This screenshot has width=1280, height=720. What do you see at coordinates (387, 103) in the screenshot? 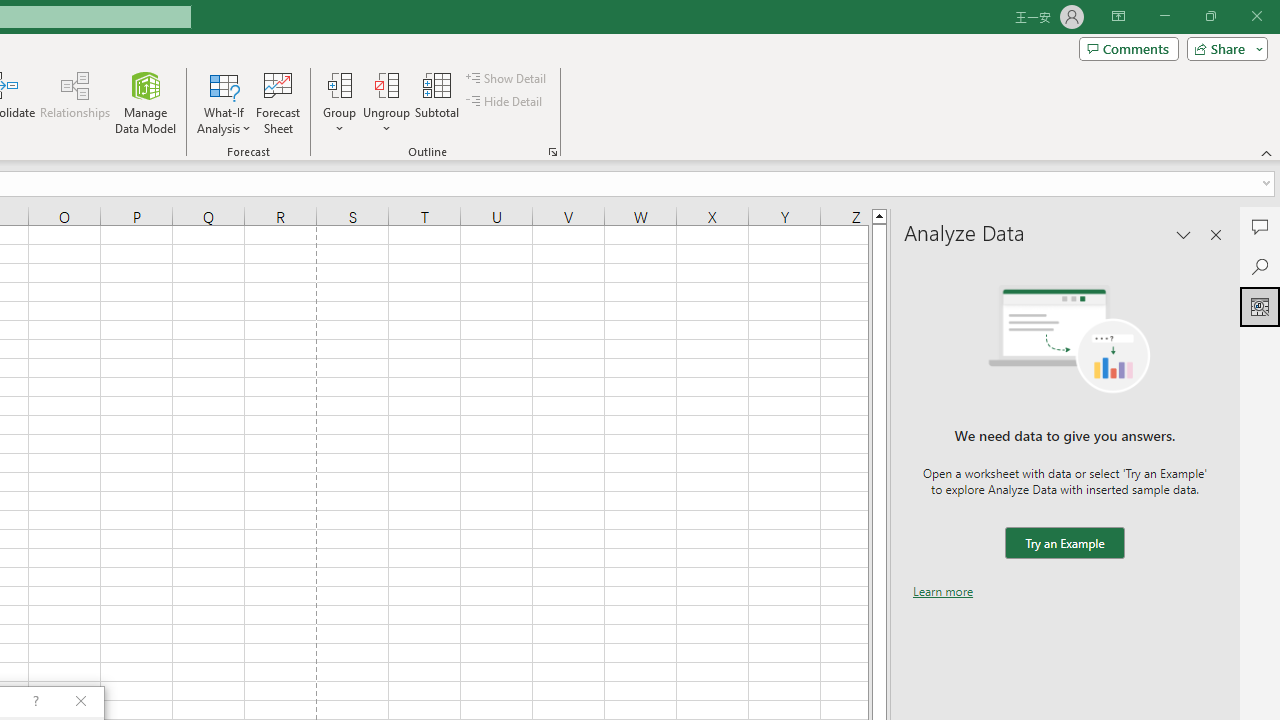
I see `'Ungroup...'` at bounding box center [387, 103].